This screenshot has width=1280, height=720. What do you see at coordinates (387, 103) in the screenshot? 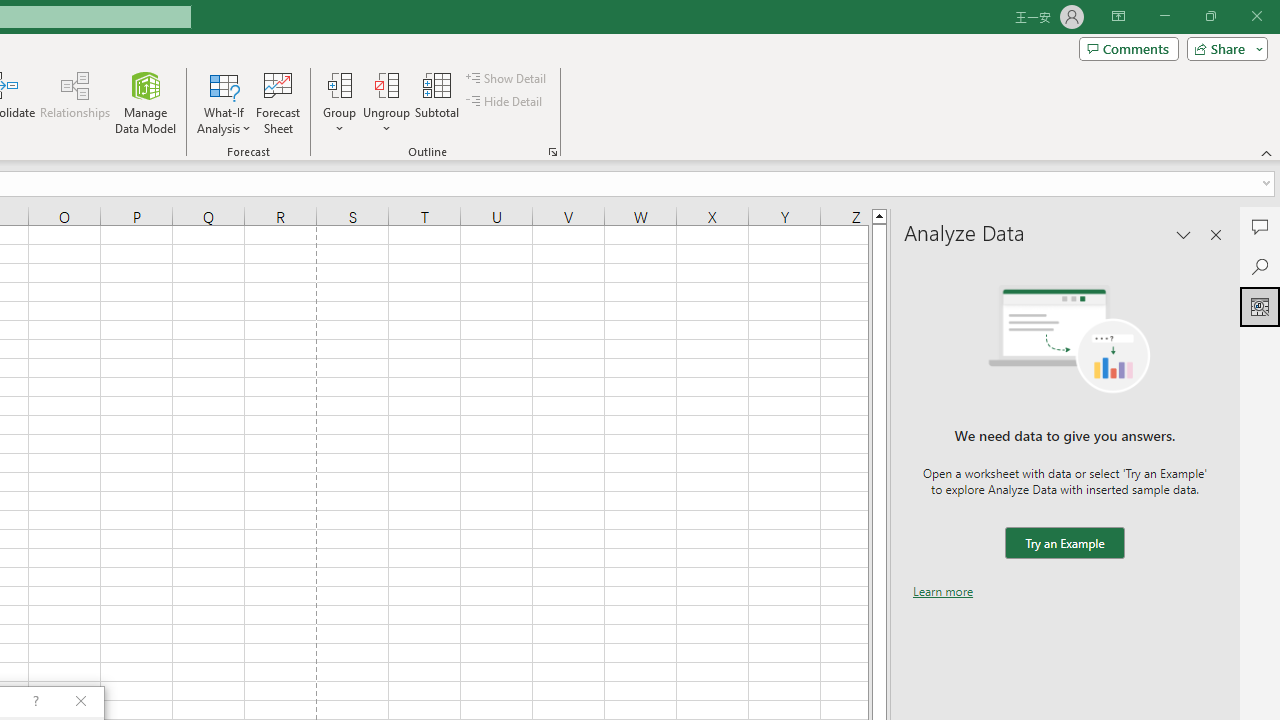
I see `'Ungroup...'` at bounding box center [387, 103].